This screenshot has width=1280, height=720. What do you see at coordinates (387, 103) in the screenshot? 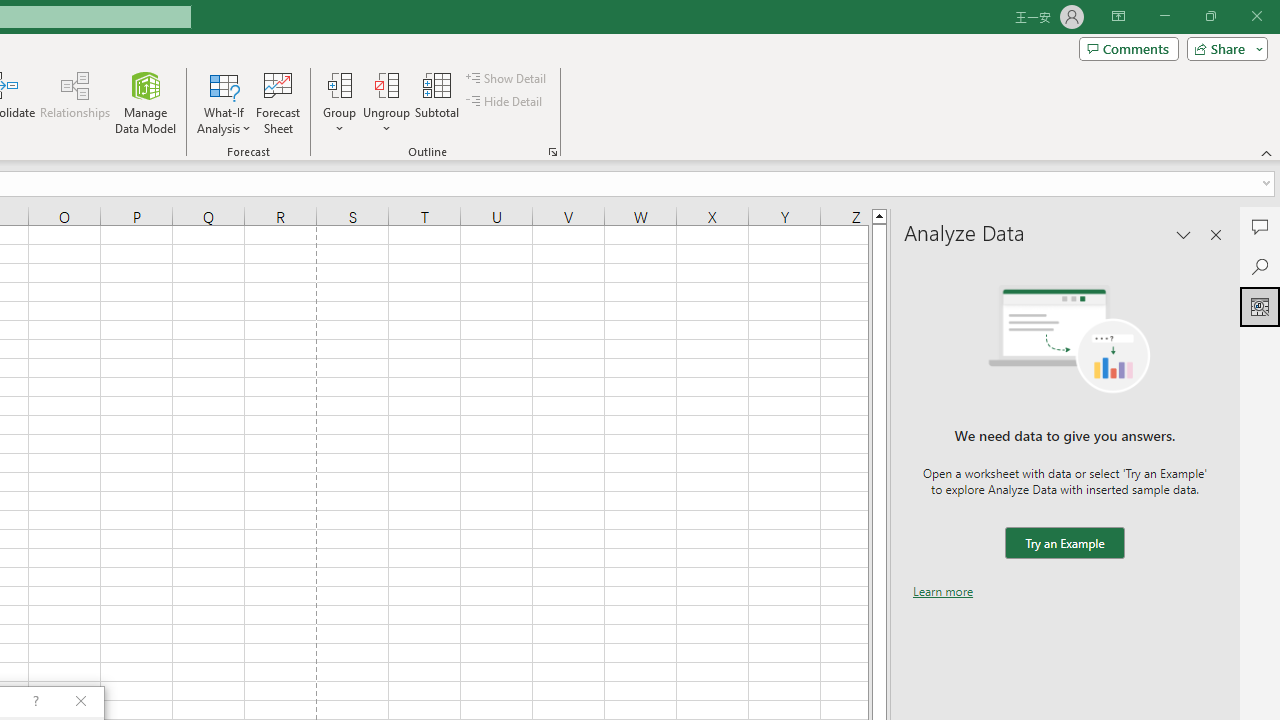
I see `'Ungroup...'` at bounding box center [387, 103].